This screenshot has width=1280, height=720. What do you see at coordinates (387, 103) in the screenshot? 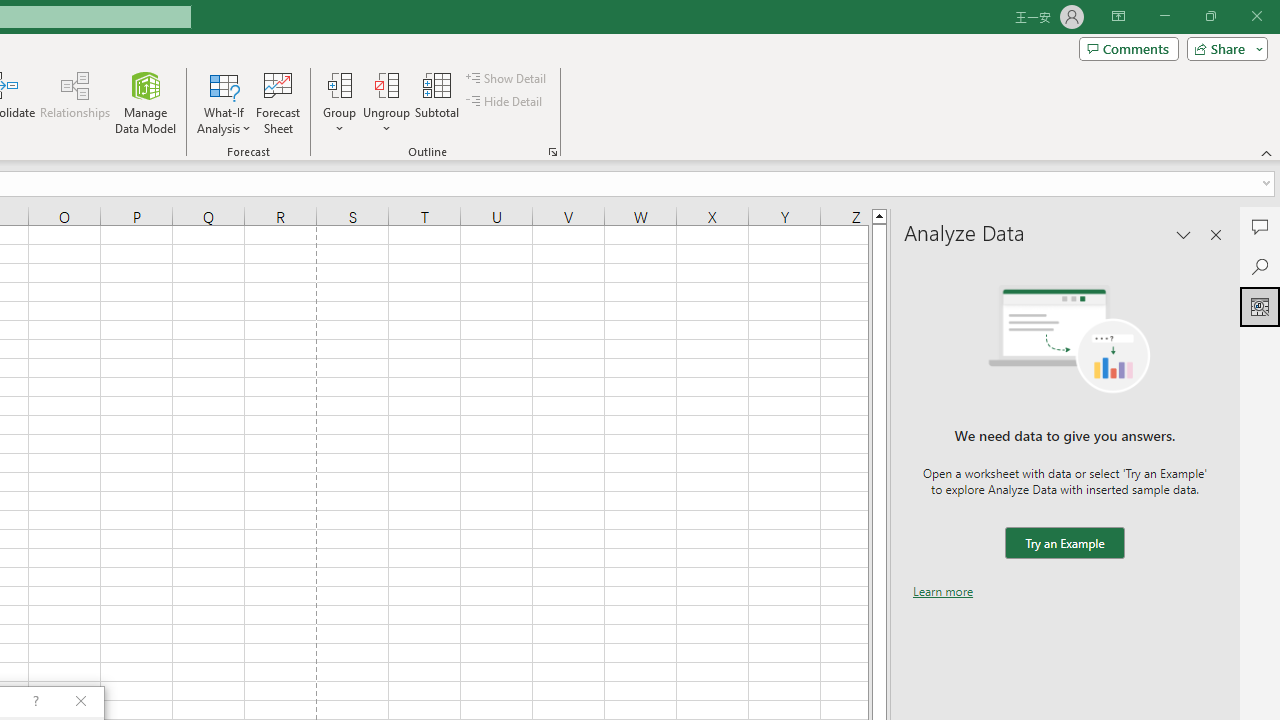
I see `'Ungroup...'` at bounding box center [387, 103].